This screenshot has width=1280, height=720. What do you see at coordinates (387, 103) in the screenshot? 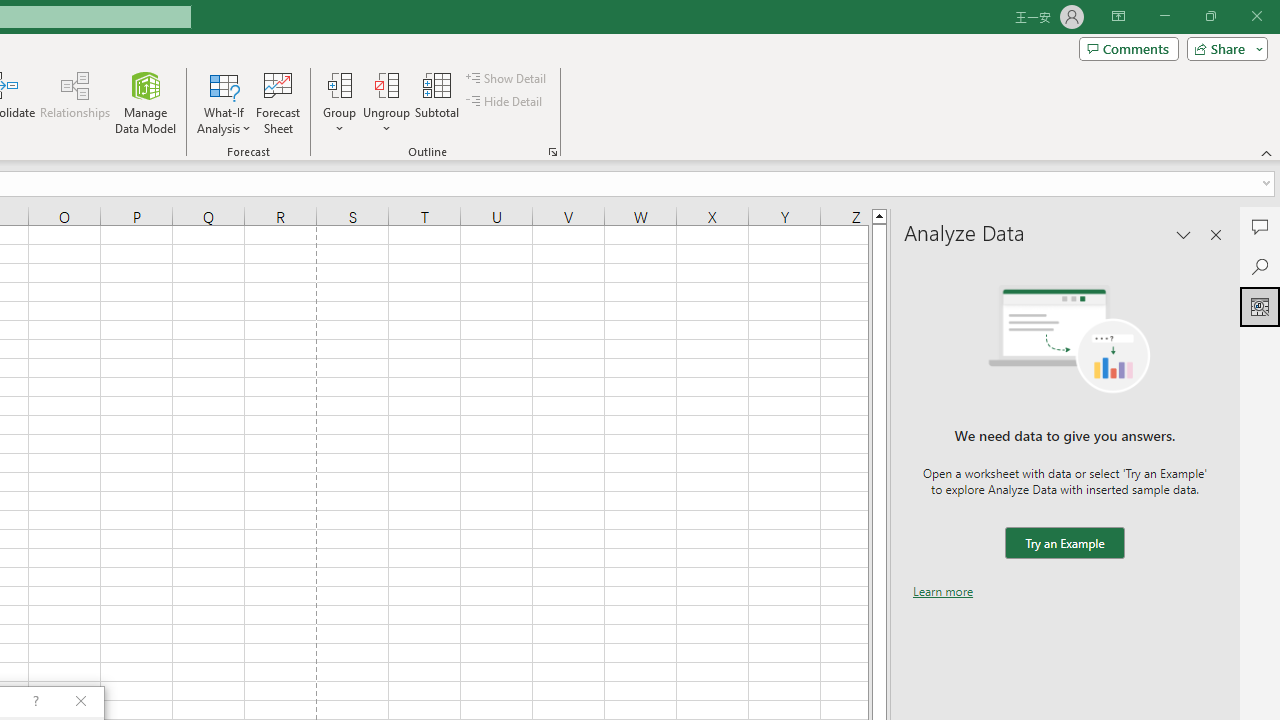
I see `'Ungroup...'` at bounding box center [387, 103].